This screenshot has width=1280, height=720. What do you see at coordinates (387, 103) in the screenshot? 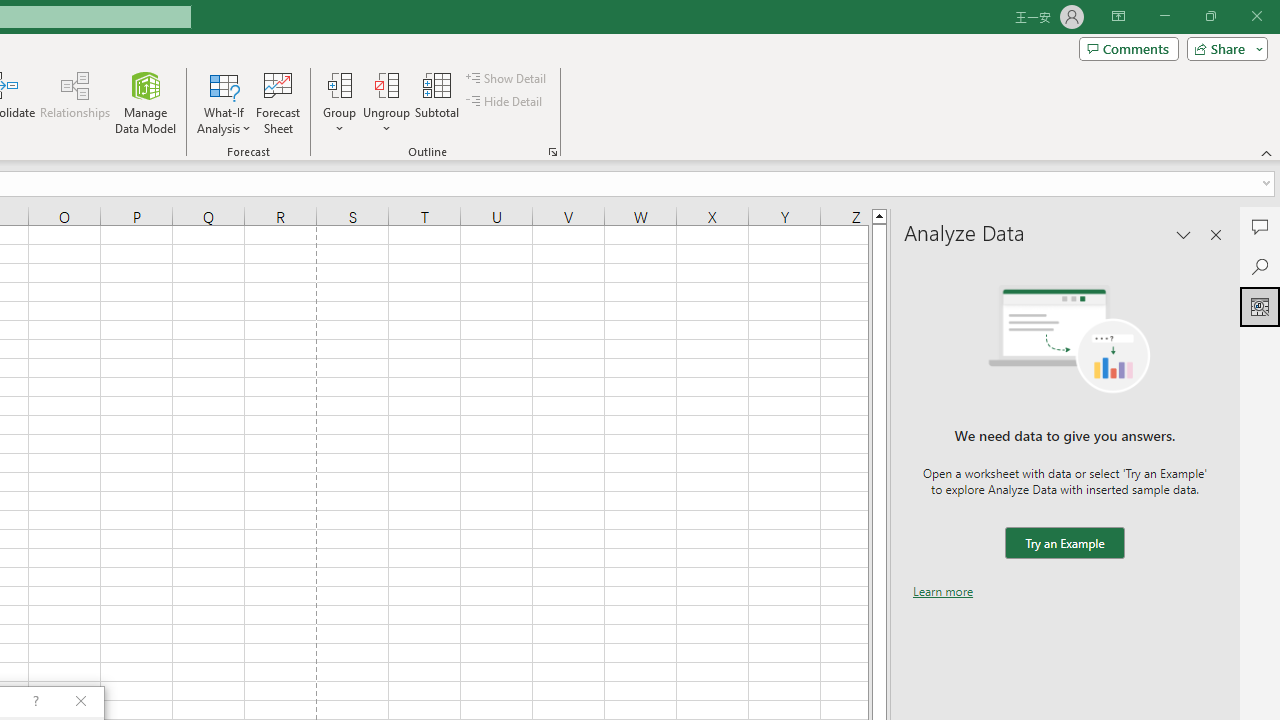
I see `'Ungroup...'` at bounding box center [387, 103].